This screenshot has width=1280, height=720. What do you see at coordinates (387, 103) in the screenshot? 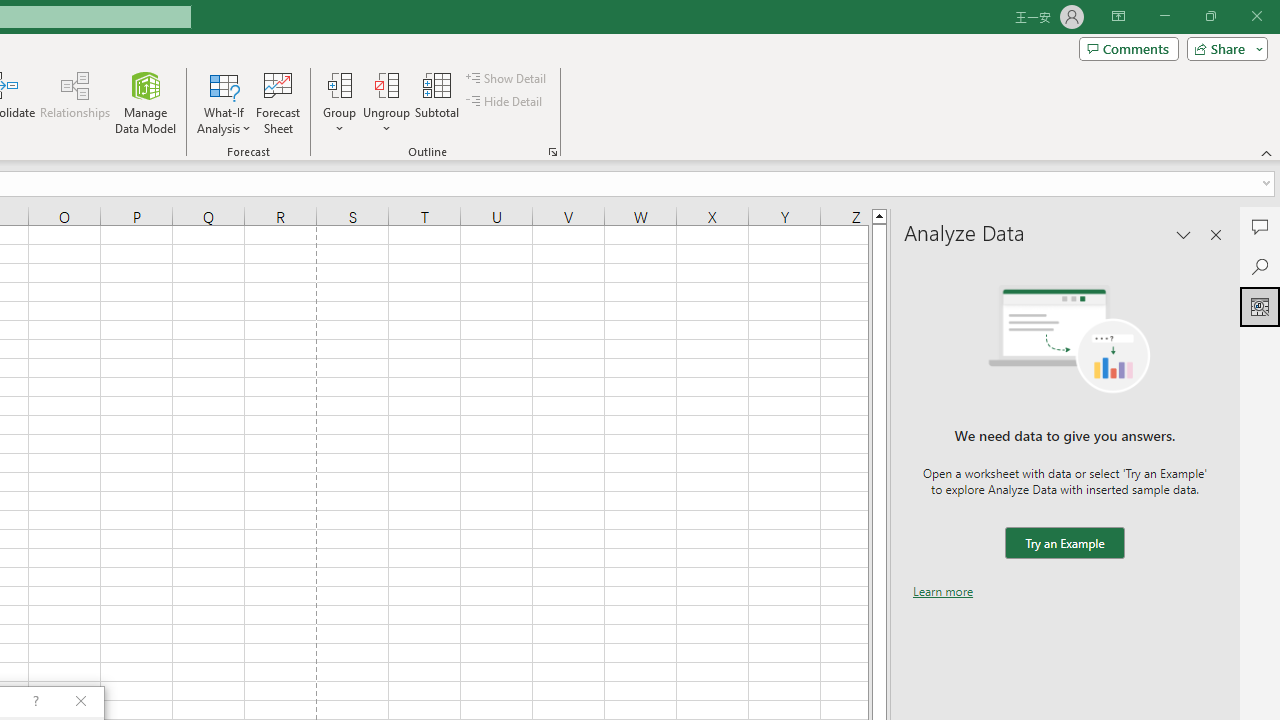
I see `'Ungroup...'` at bounding box center [387, 103].